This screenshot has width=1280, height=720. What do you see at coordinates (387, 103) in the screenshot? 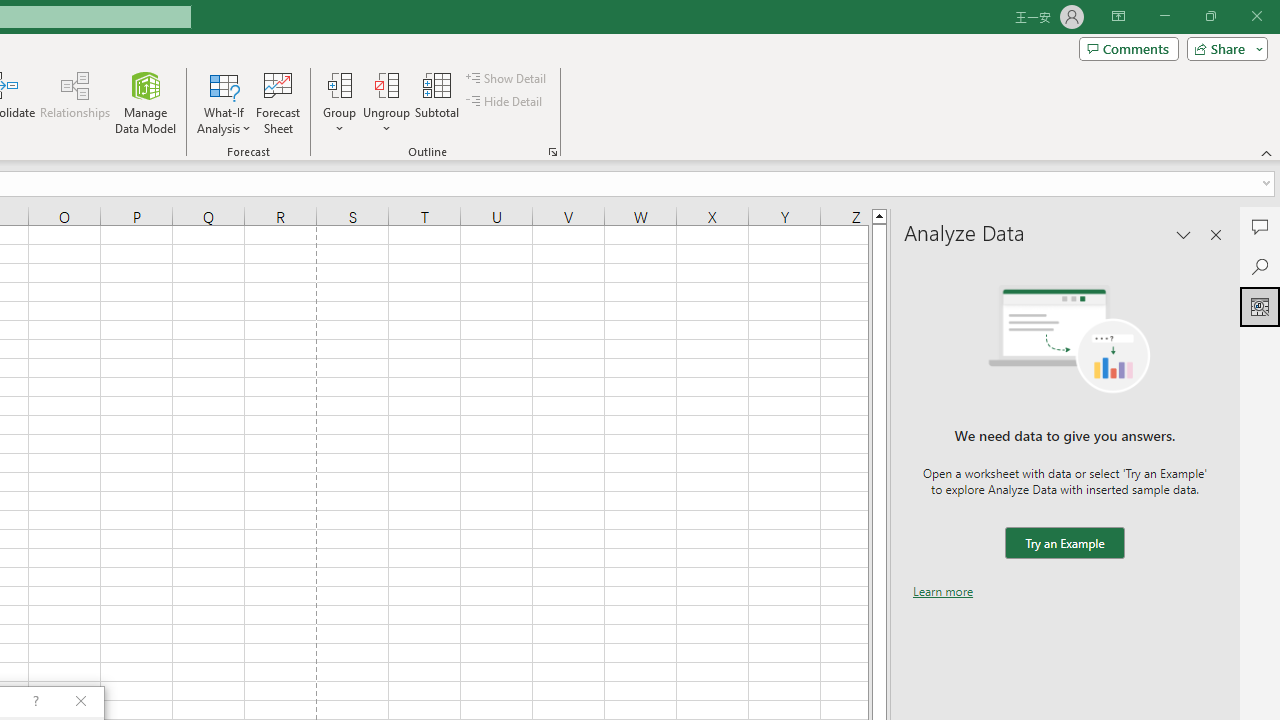
I see `'Ungroup...'` at bounding box center [387, 103].